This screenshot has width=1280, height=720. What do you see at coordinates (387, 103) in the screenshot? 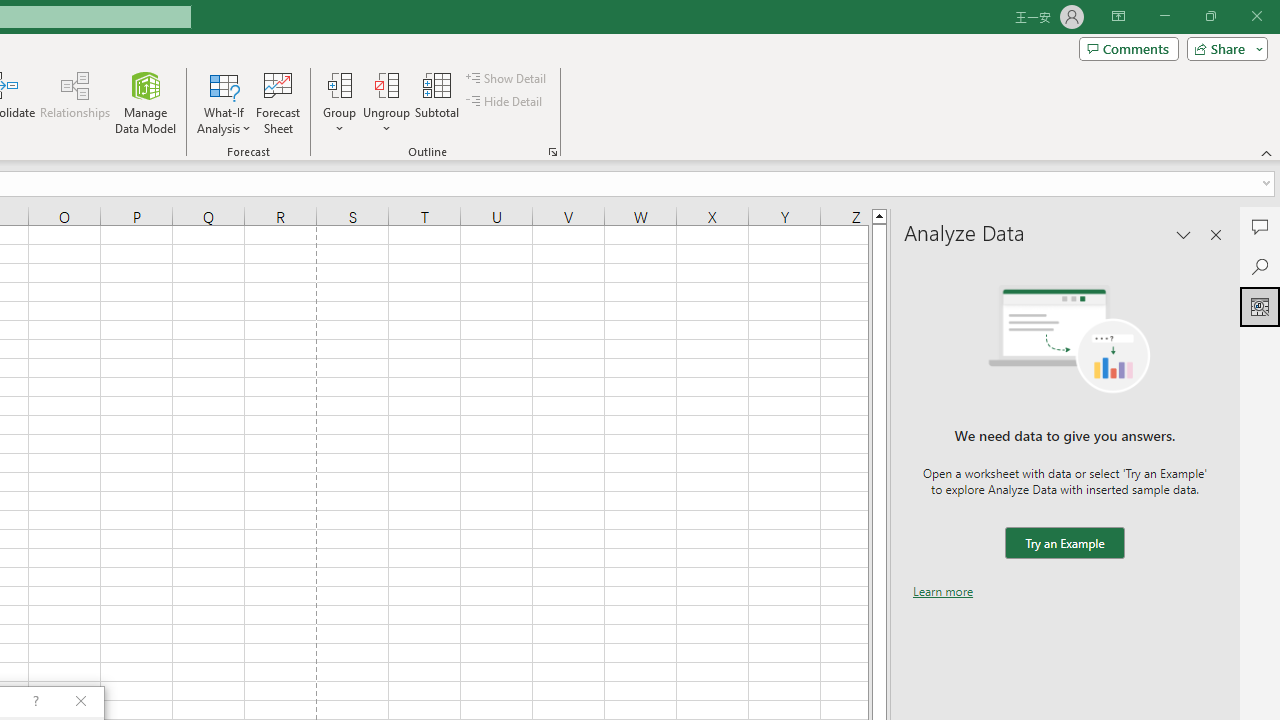
I see `'Ungroup...'` at bounding box center [387, 103].